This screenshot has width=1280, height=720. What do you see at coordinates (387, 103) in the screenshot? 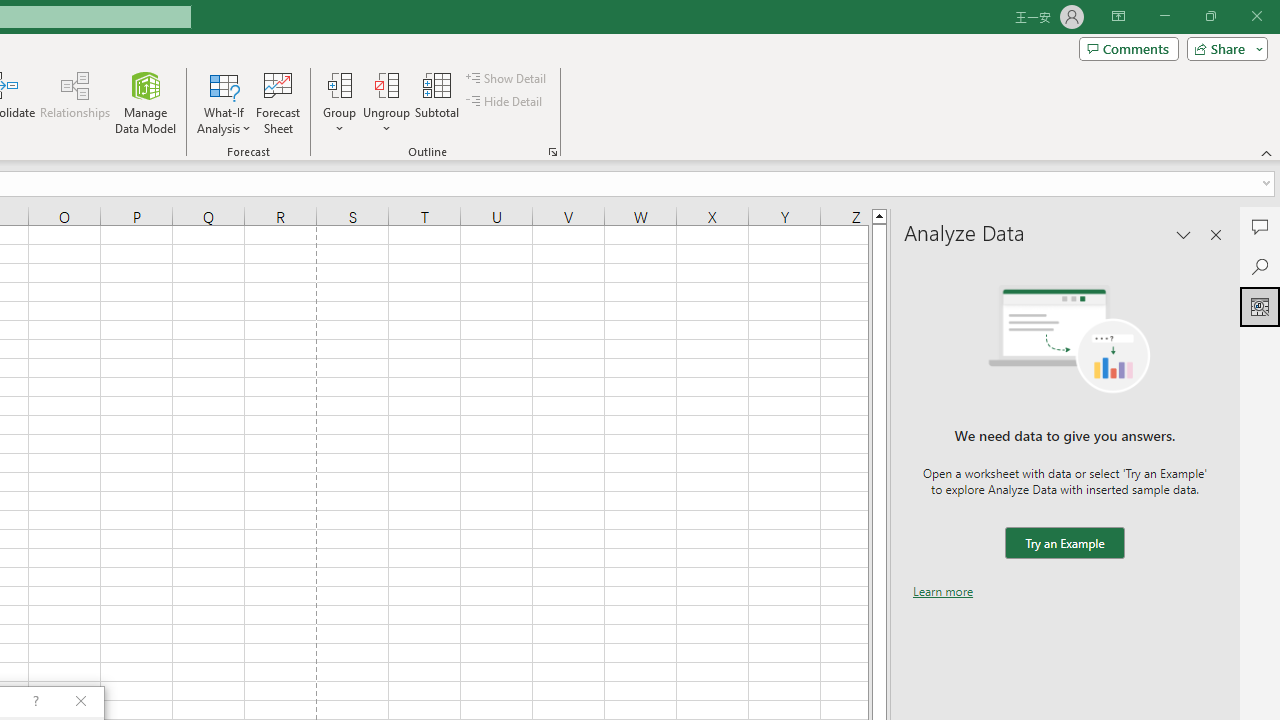
I see `'Ungroup...'` at bounding box center [387, 103].